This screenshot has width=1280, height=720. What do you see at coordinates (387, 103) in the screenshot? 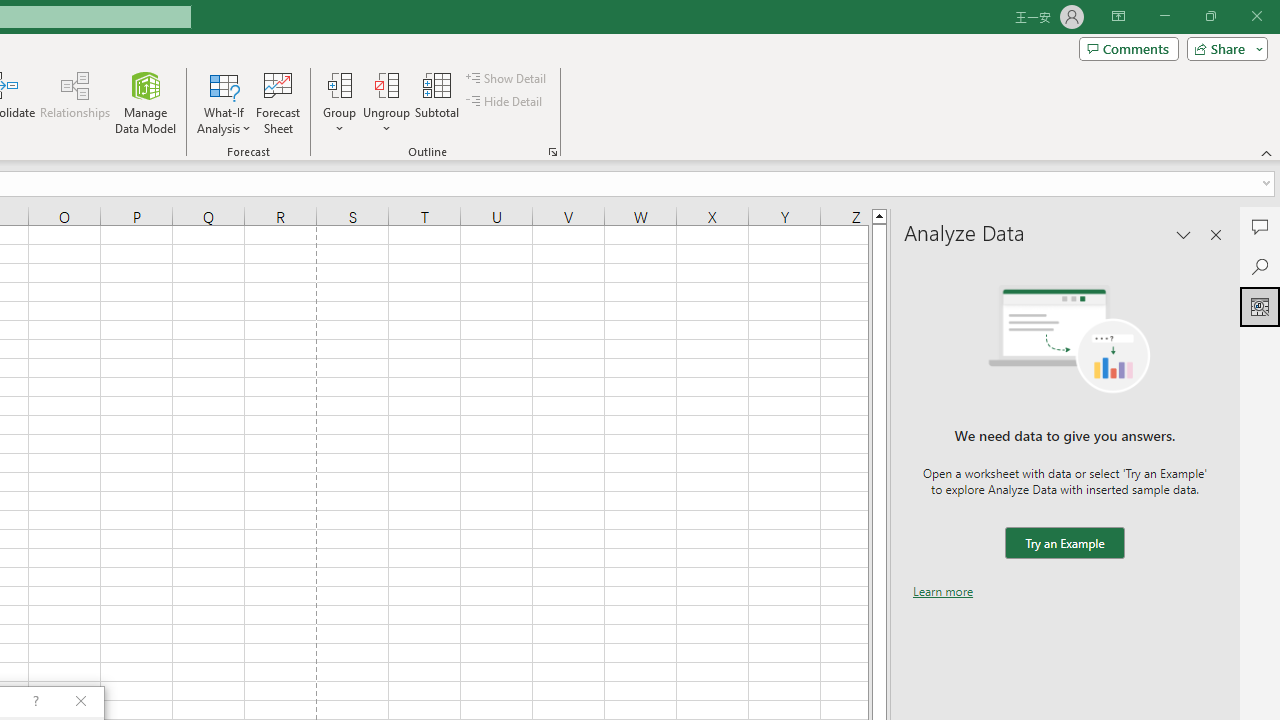
I see `'Ungroup...'` at bounding box center [387, 103].